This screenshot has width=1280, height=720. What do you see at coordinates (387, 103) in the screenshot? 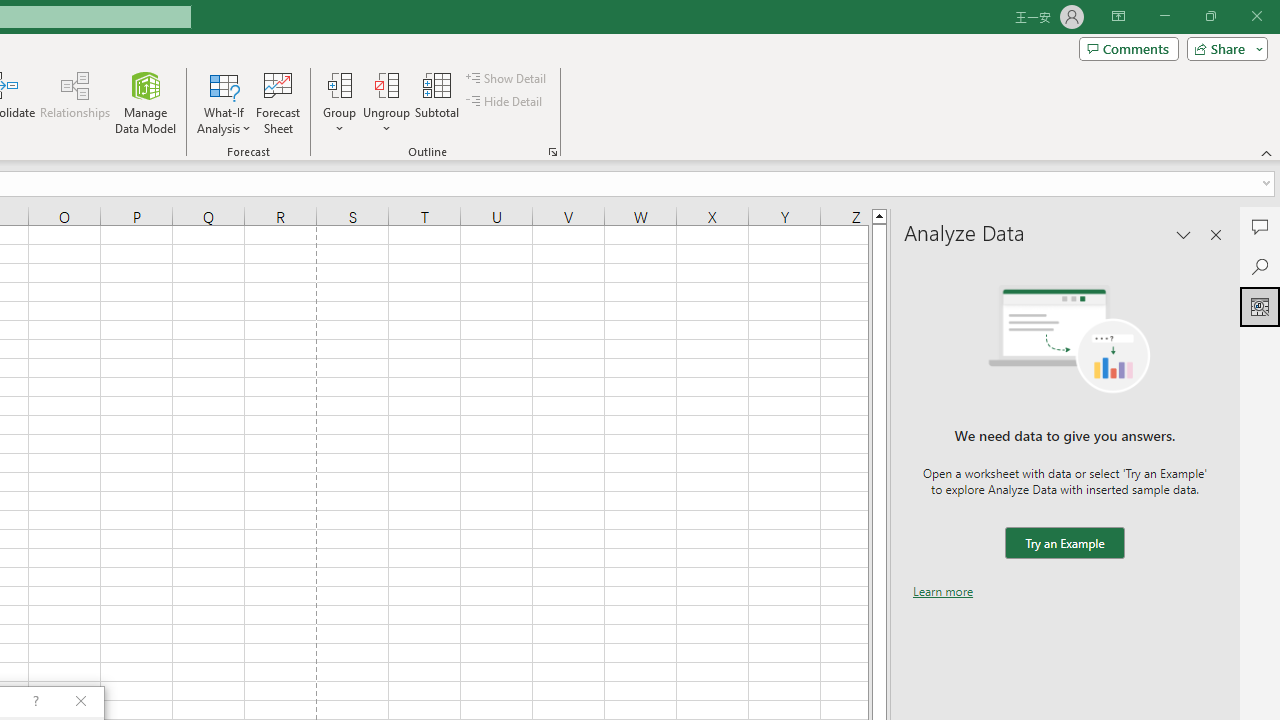
I see `'Ungroup...'` at bounding box center [387, 103].